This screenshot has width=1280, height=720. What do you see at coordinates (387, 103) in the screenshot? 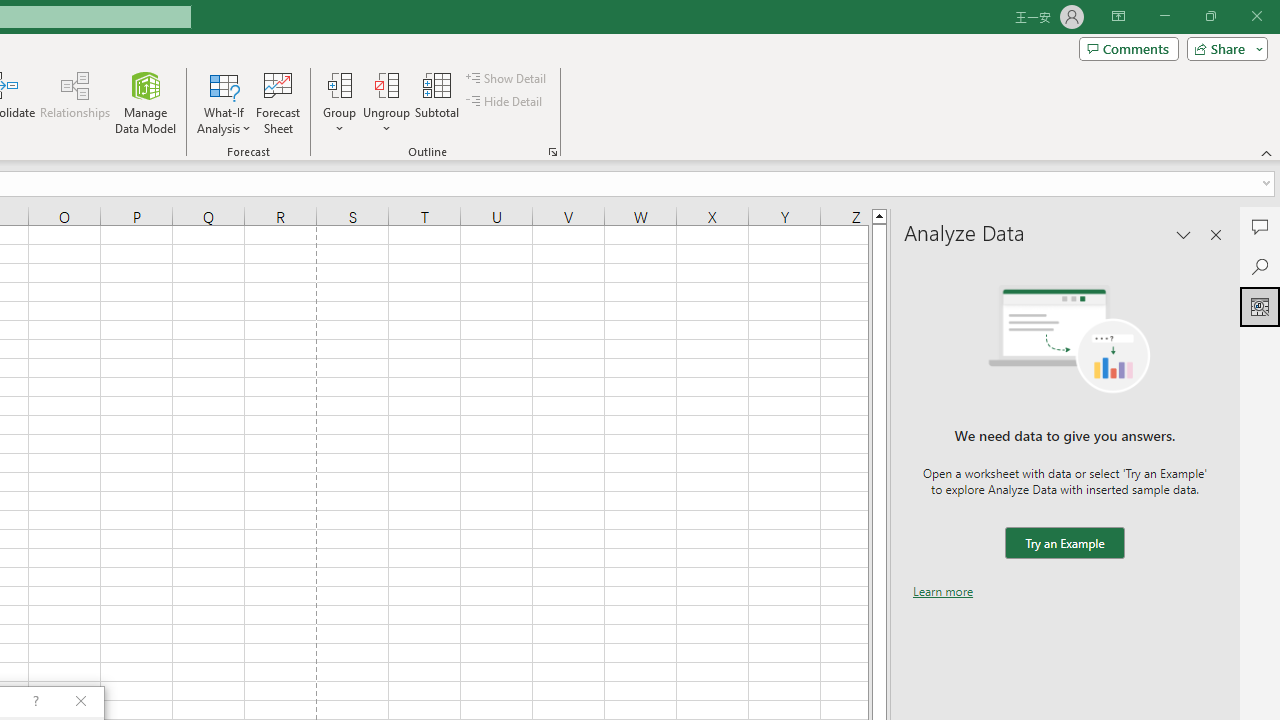
I see `'Ungroup...'` at bounding box center [387, 103].